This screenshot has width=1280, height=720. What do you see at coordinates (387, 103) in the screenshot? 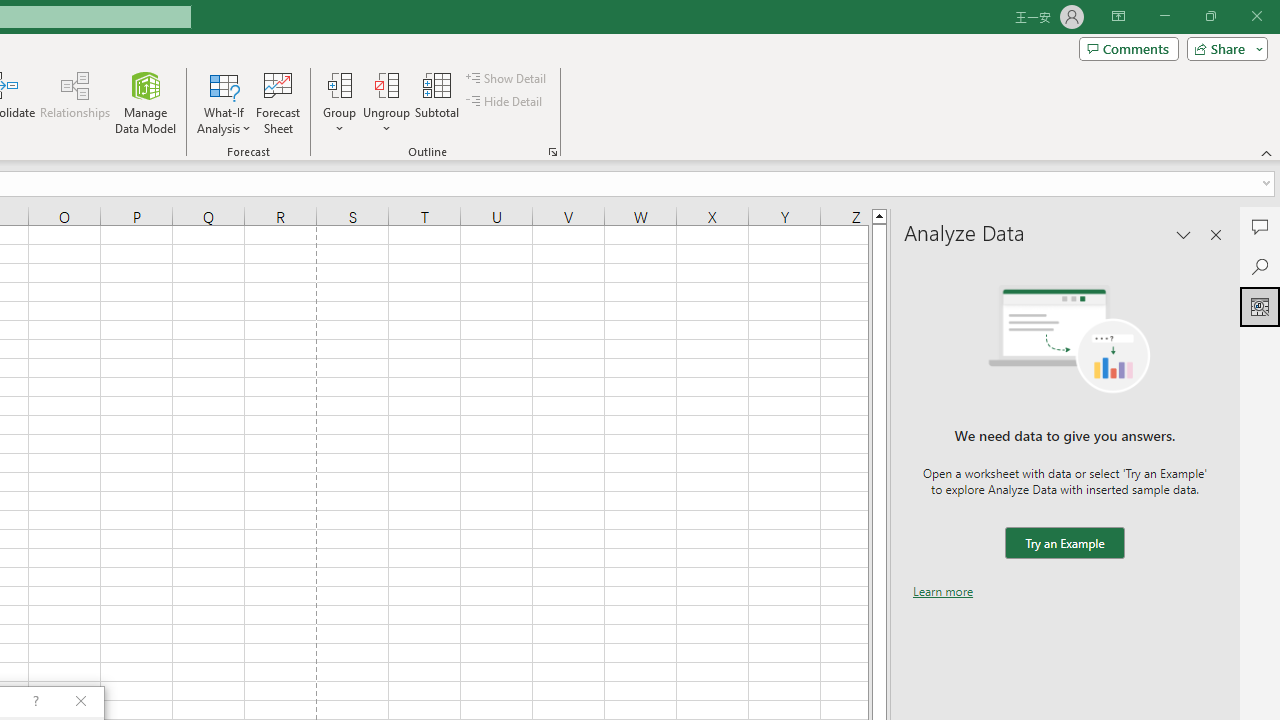
I see `'Ungroup...'` at bounding box center [387, 103].